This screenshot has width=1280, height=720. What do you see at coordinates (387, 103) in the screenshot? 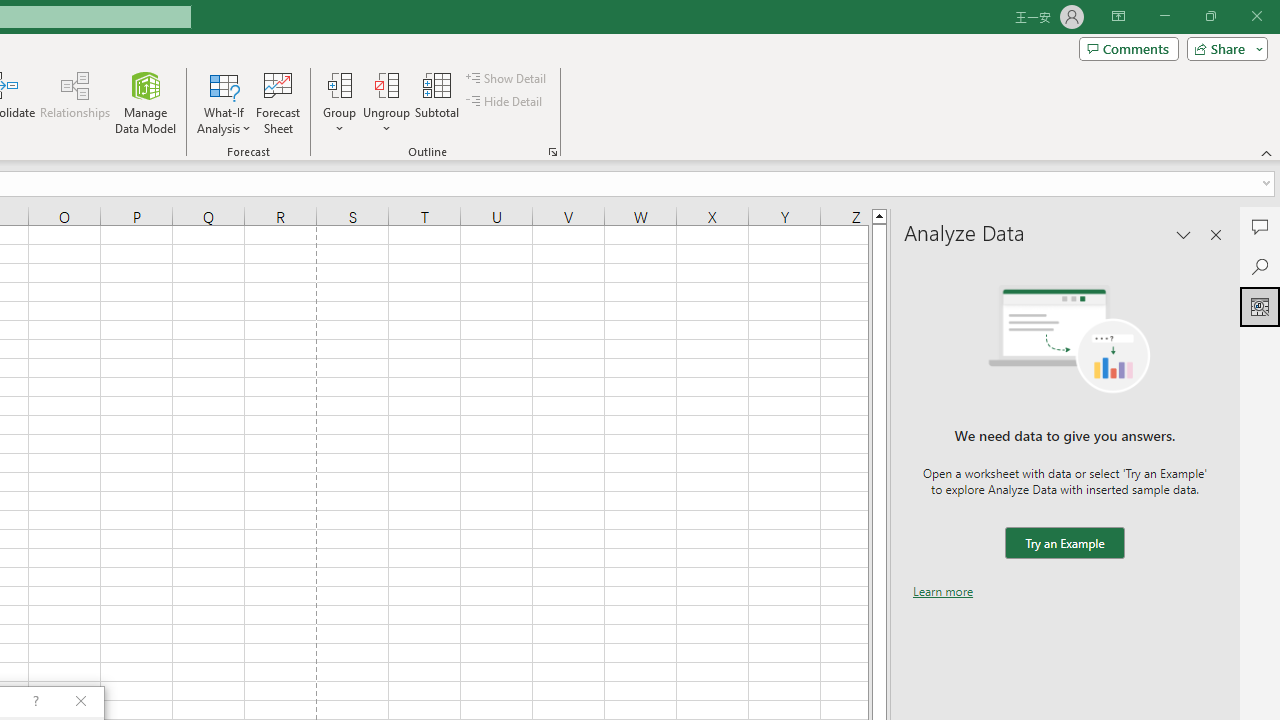
I see `'Ungroup...'` at bounding box center [387, 103].